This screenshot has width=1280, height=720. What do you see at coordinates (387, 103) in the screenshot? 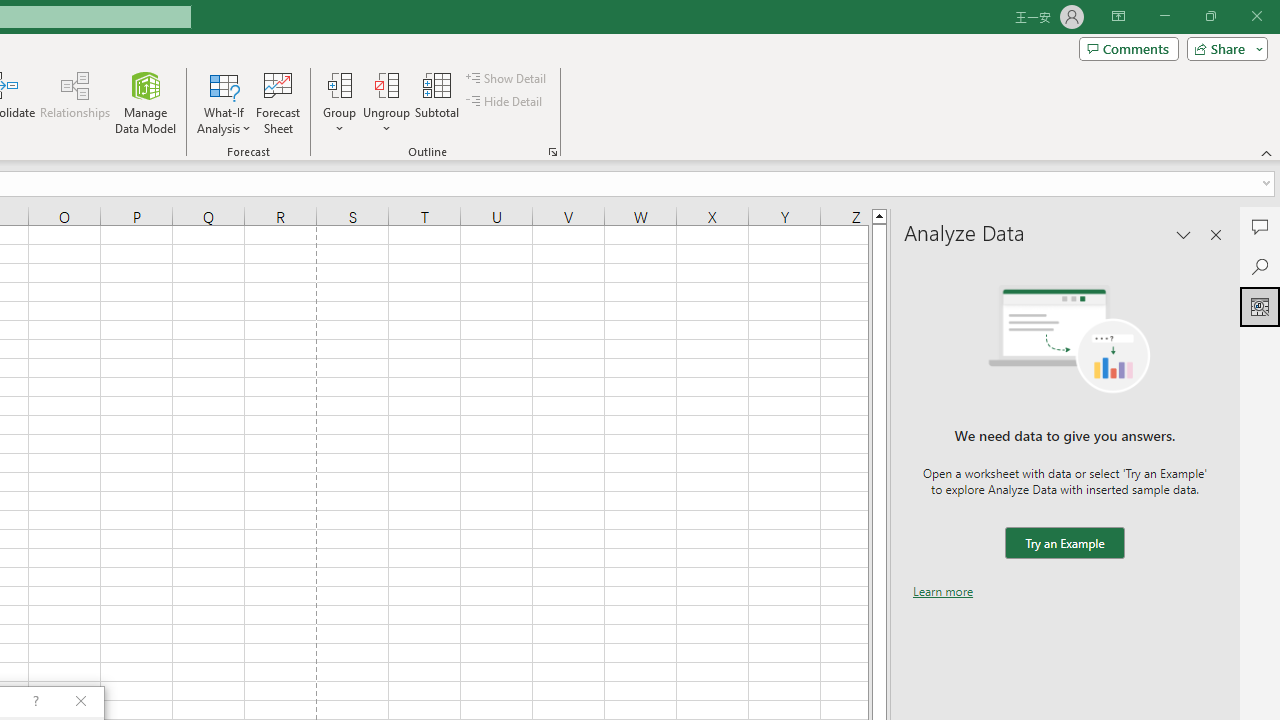
I see `'Ungroup...'` at bounding box center [387, 103].